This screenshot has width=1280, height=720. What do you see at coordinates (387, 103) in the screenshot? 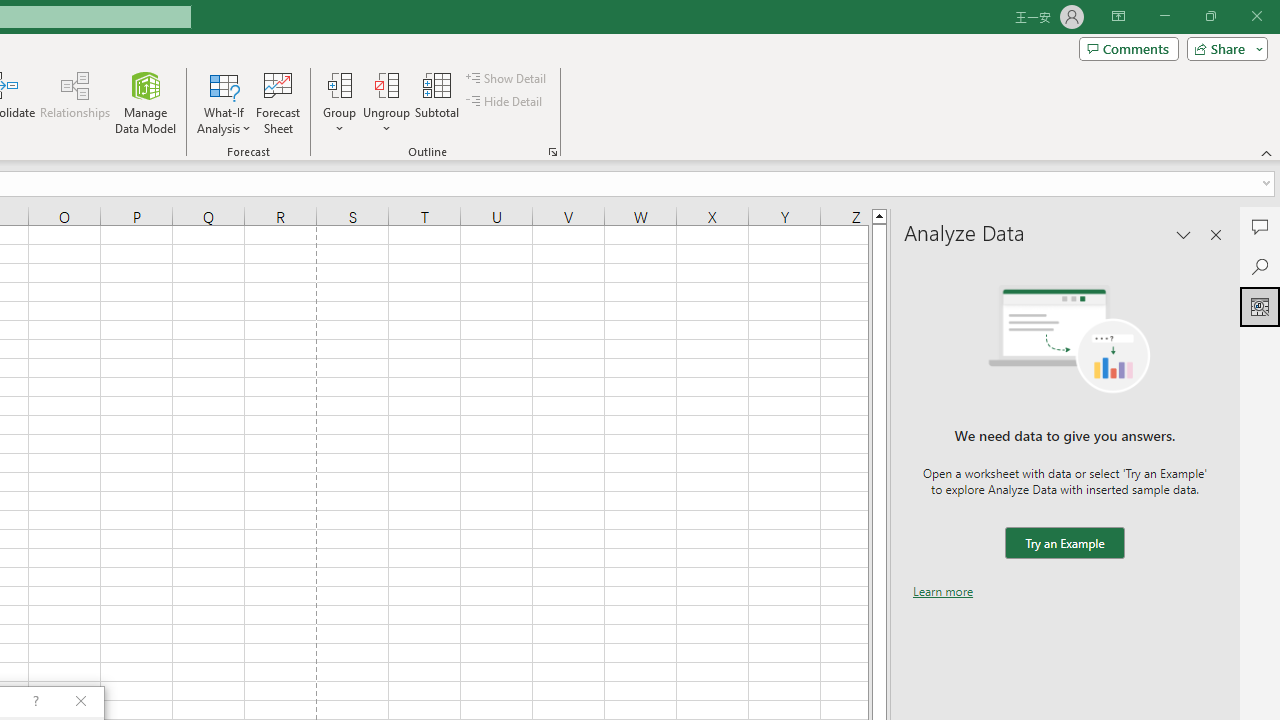
I see `'Ungroup...'` at bounding box center [387, 103].